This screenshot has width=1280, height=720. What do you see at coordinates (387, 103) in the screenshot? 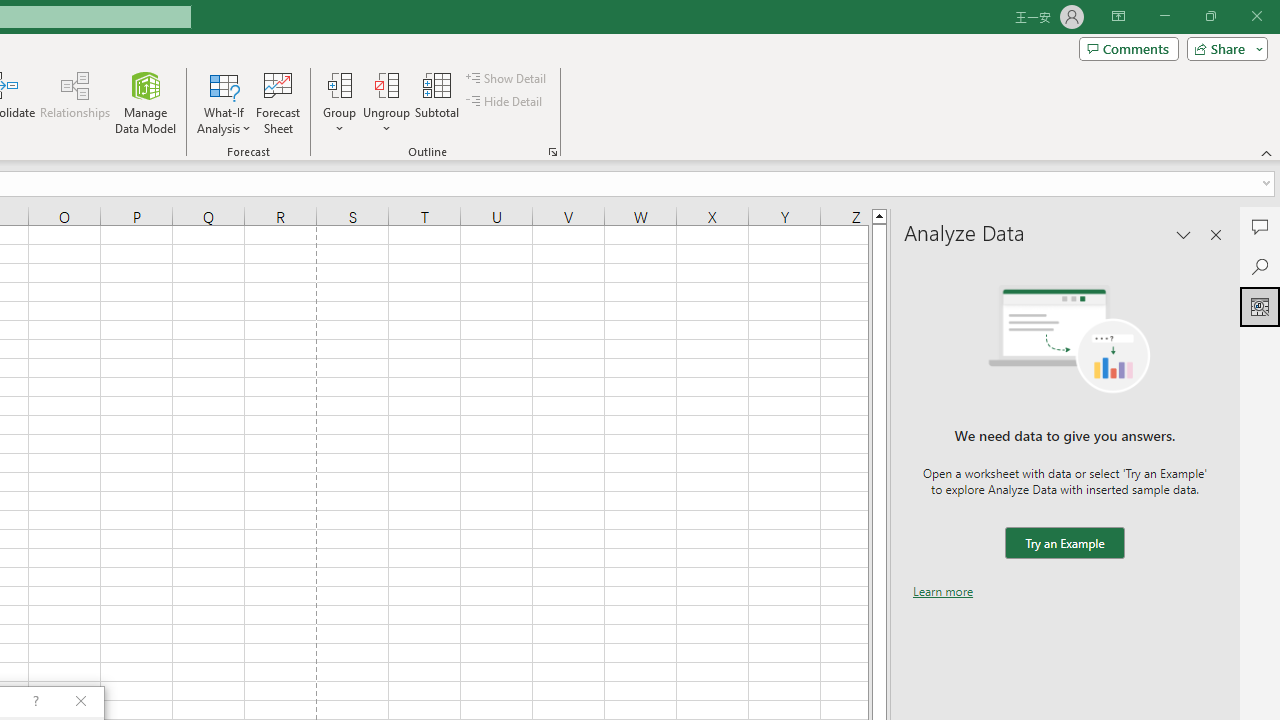
I see `'Ungroup...'` at bounding box center [387, 103].